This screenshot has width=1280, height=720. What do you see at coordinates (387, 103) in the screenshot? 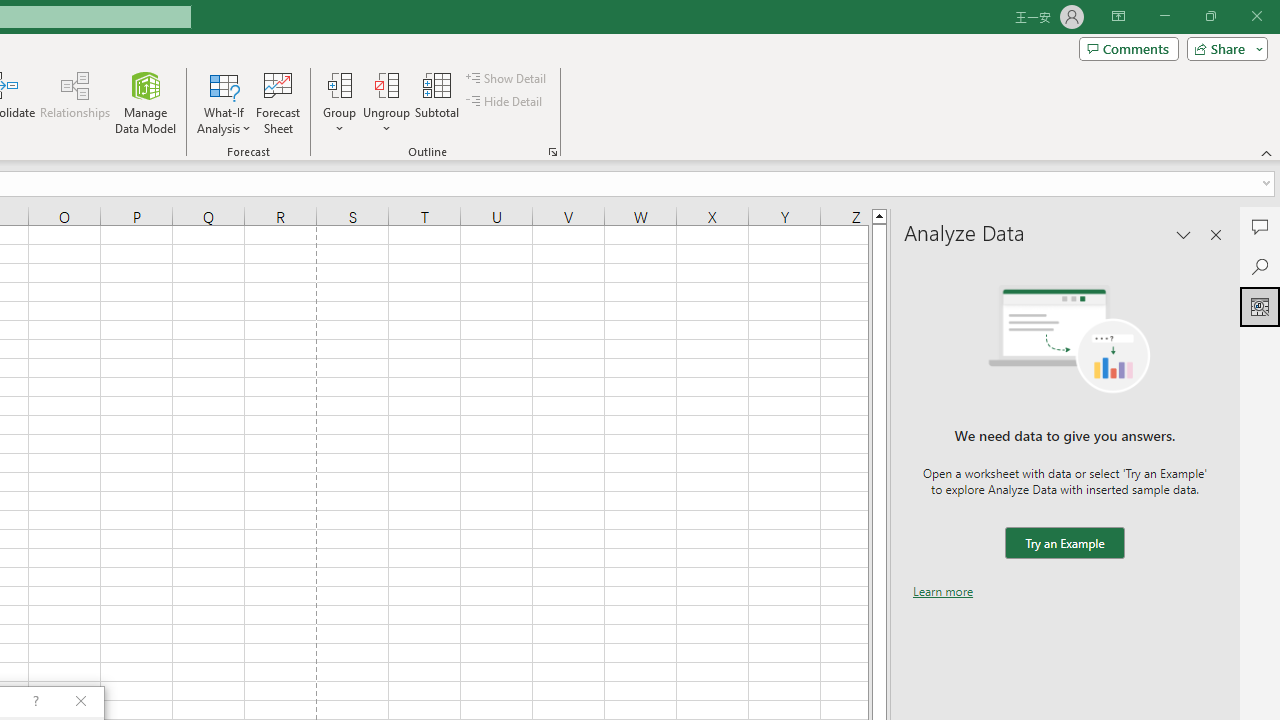
I see `'Ungroup...'` at bounding box center [387, 103].